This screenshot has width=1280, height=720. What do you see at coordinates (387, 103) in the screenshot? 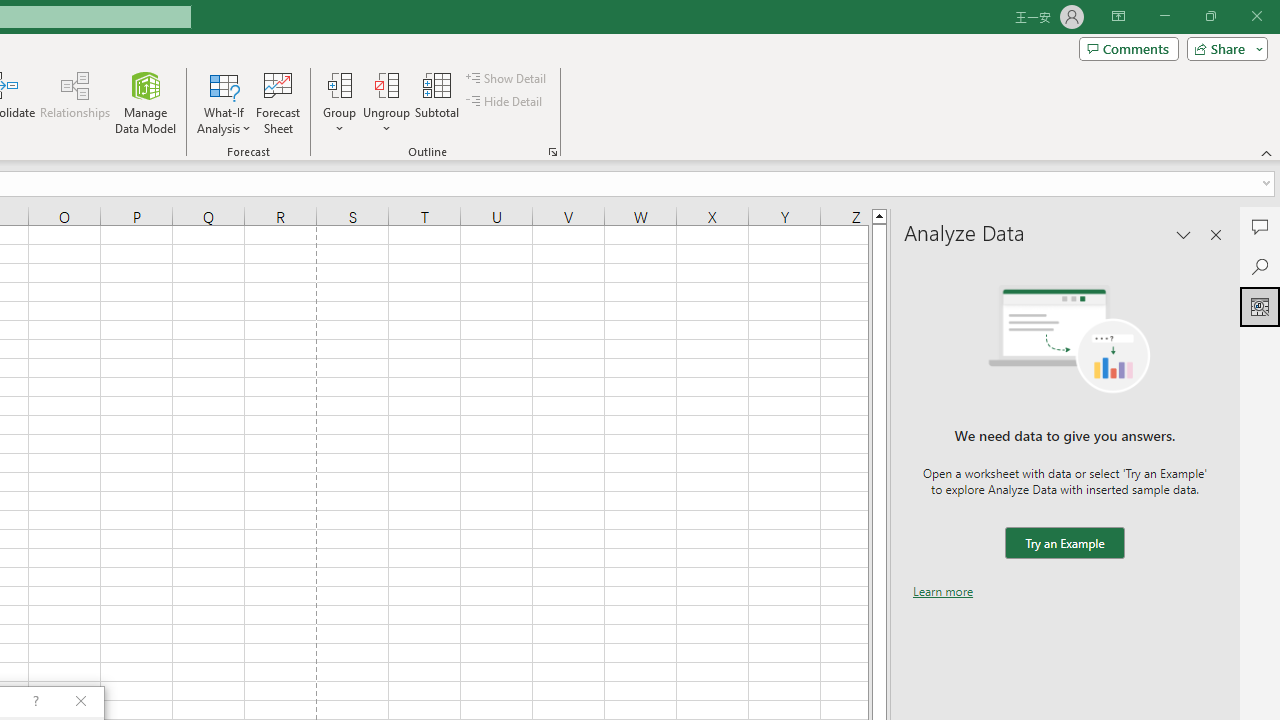
I see `'Ungroup...'` at bounding box center [387, 103].